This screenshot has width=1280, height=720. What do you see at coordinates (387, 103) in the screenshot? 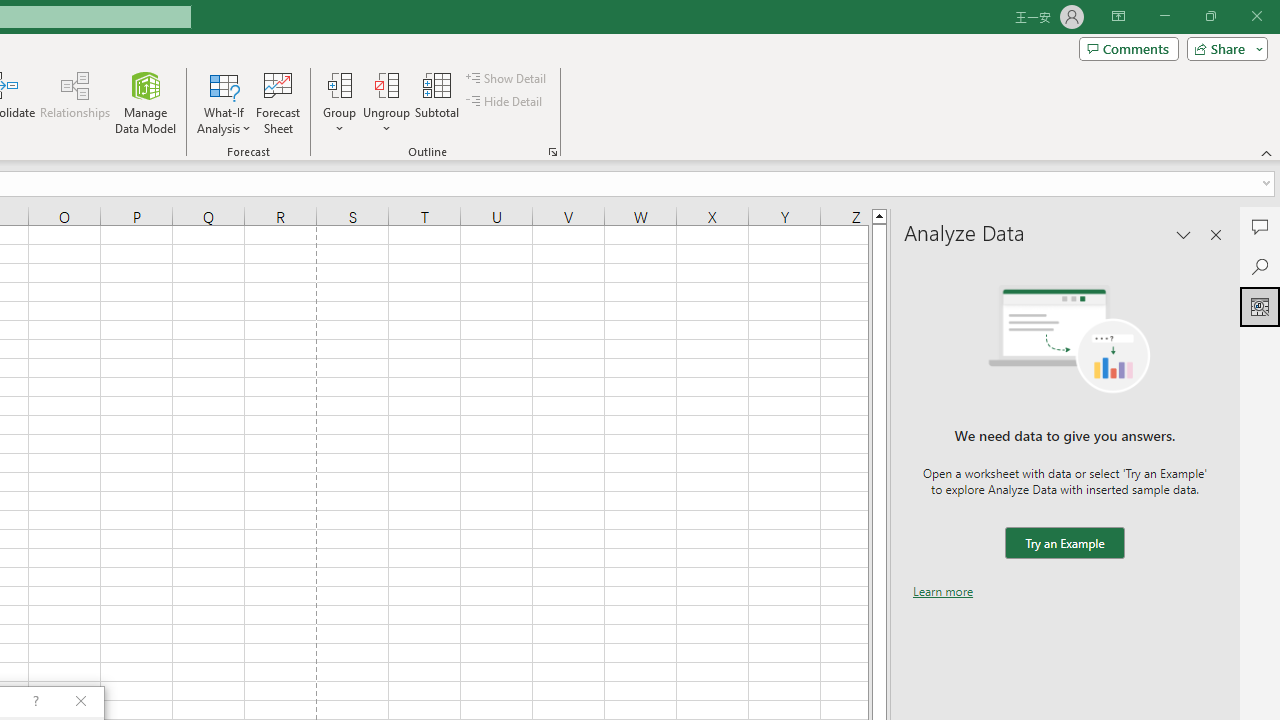
I see `'Ungroup...'` at bounding box center [387, 103].